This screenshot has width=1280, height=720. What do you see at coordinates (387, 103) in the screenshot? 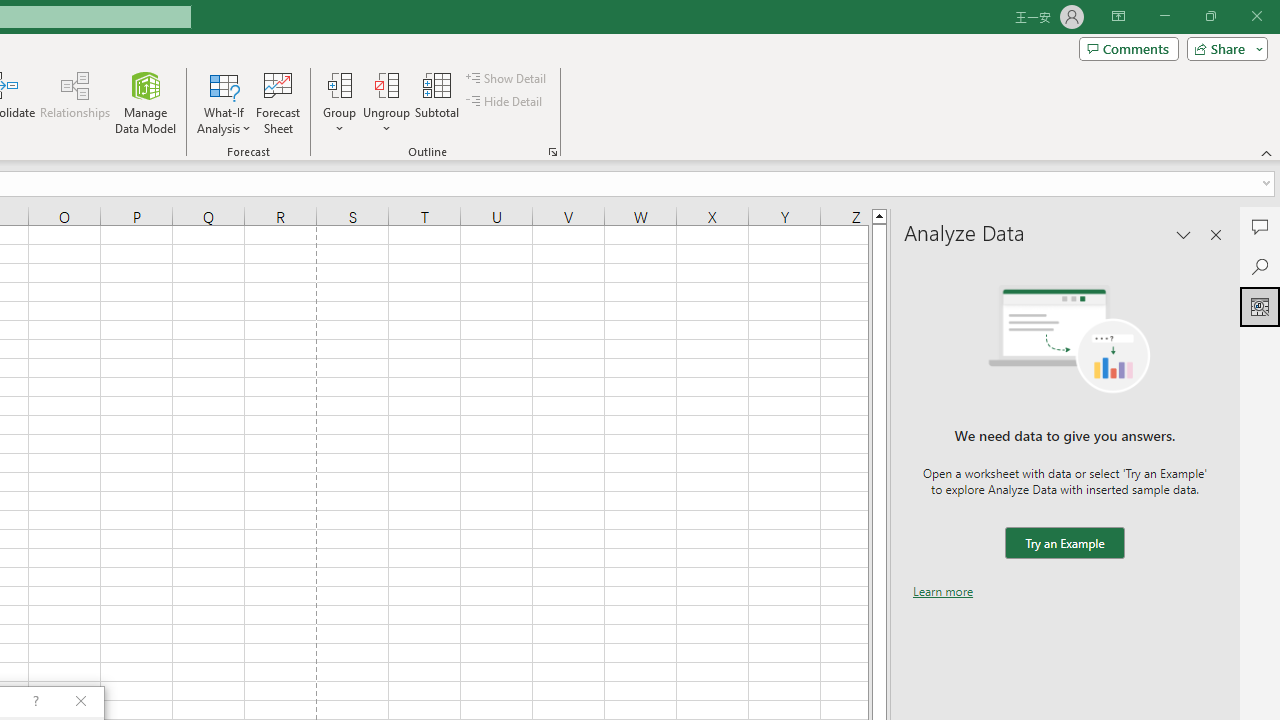
I see `'Ungroup...'` at bounding box center [387, 103].